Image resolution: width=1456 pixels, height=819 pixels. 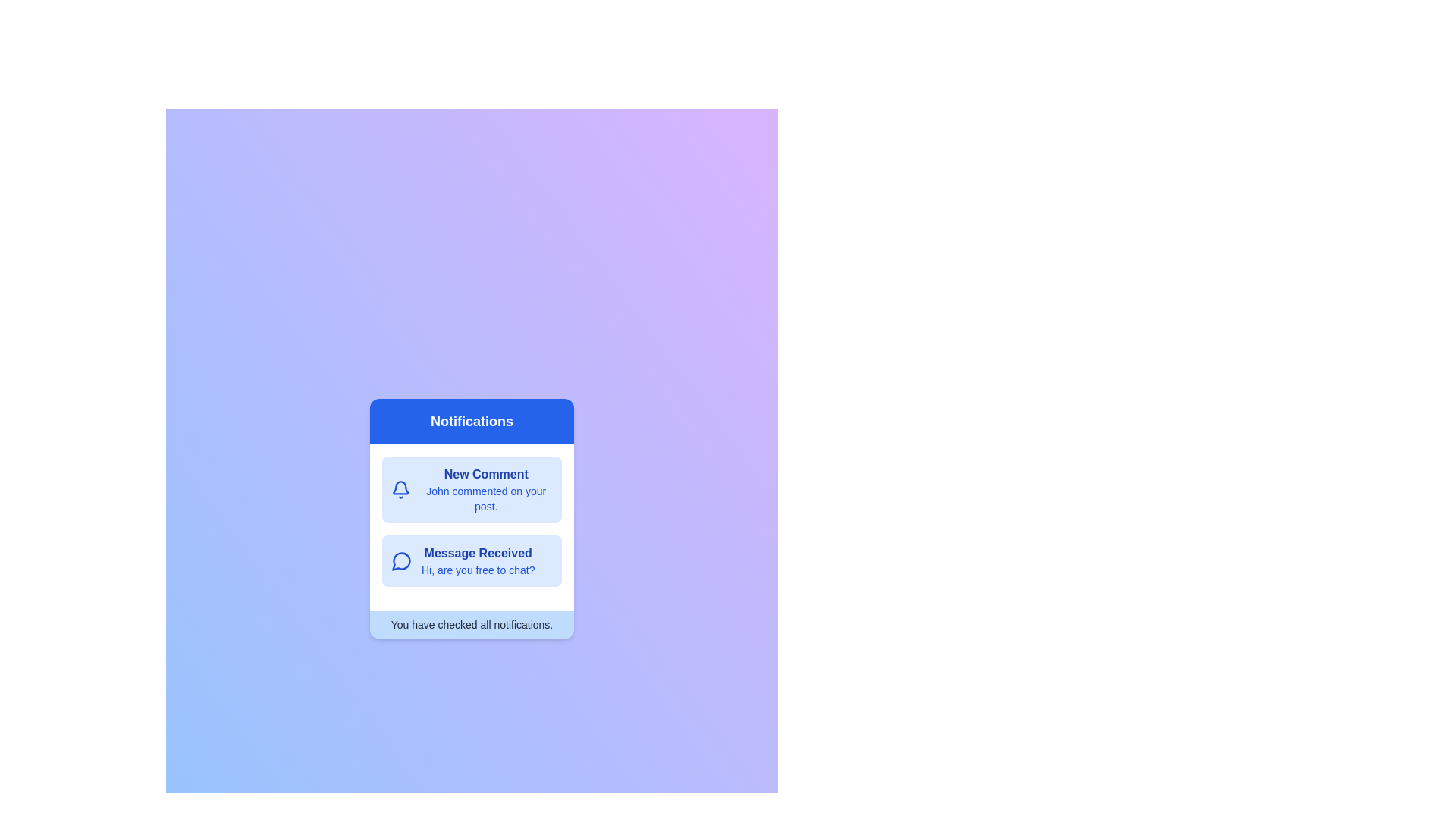 I want to click on the notification entry titled New Comment, so click(x=471, y=489).